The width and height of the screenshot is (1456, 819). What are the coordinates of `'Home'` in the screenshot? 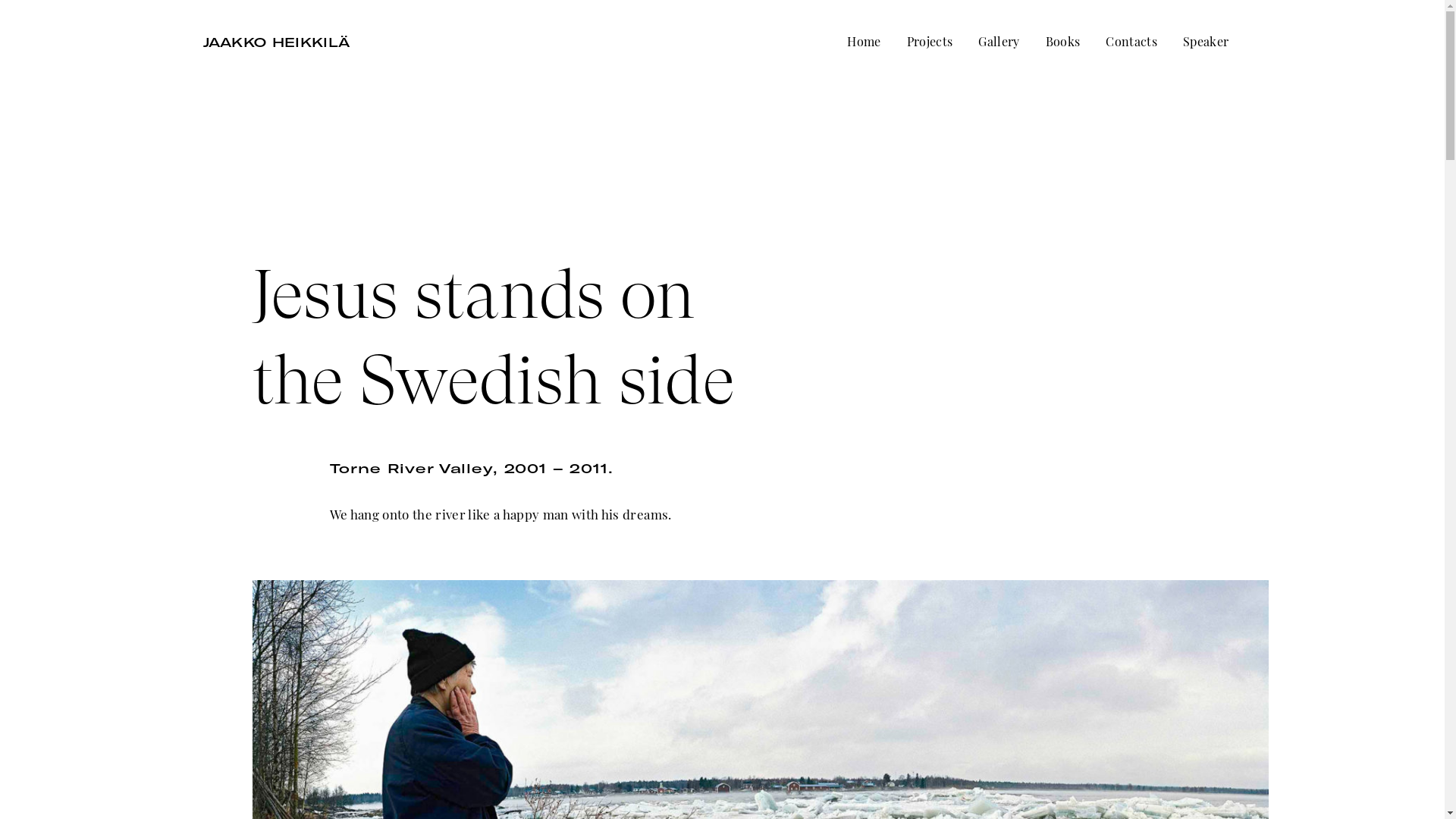 It's located at (864, 42).